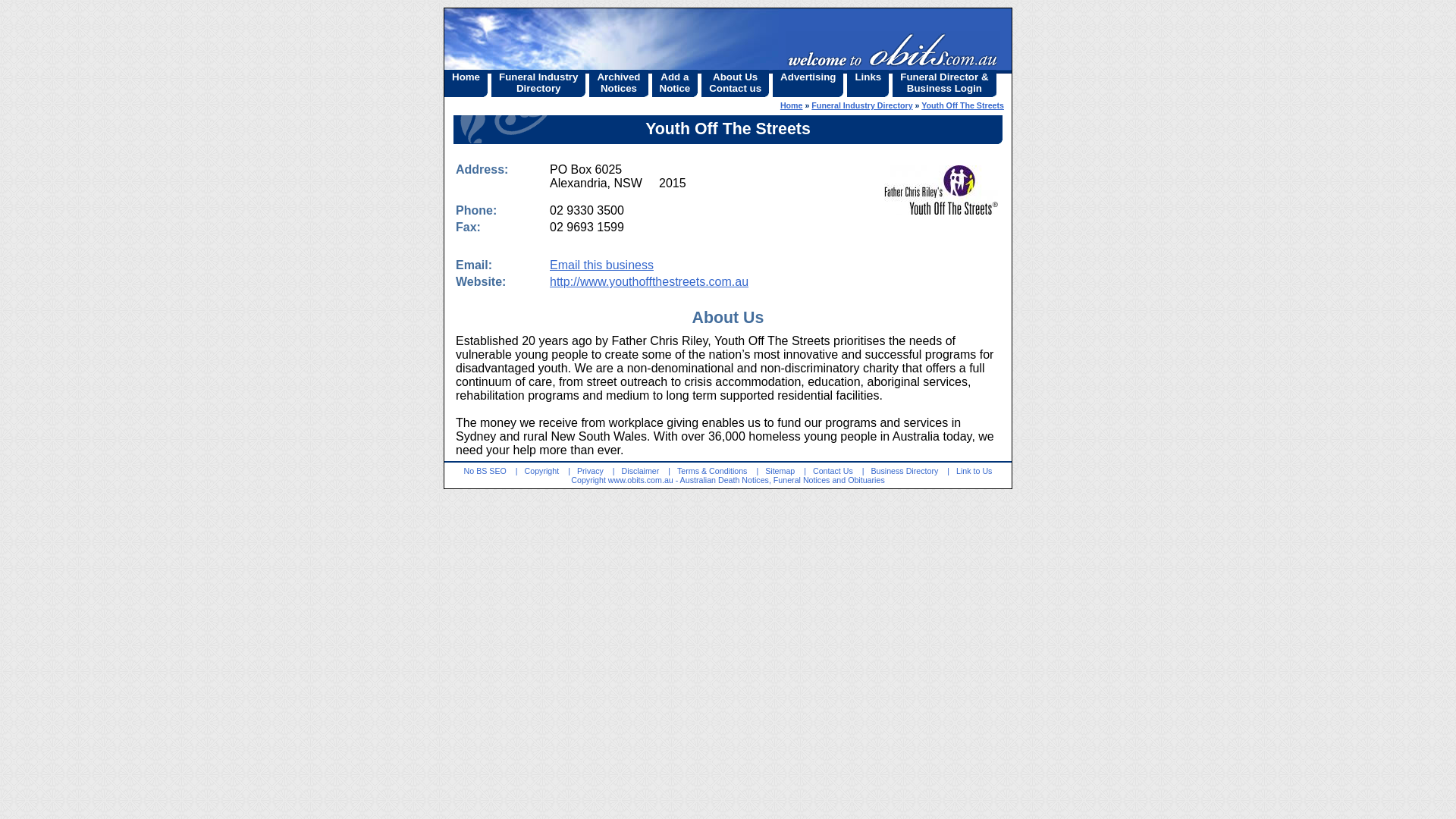 Image resolution: width=1456 pixels, height=819 pixels. Describe the element at coordinates (443, 83) in the screenshot. I see `'Home'` at that location.